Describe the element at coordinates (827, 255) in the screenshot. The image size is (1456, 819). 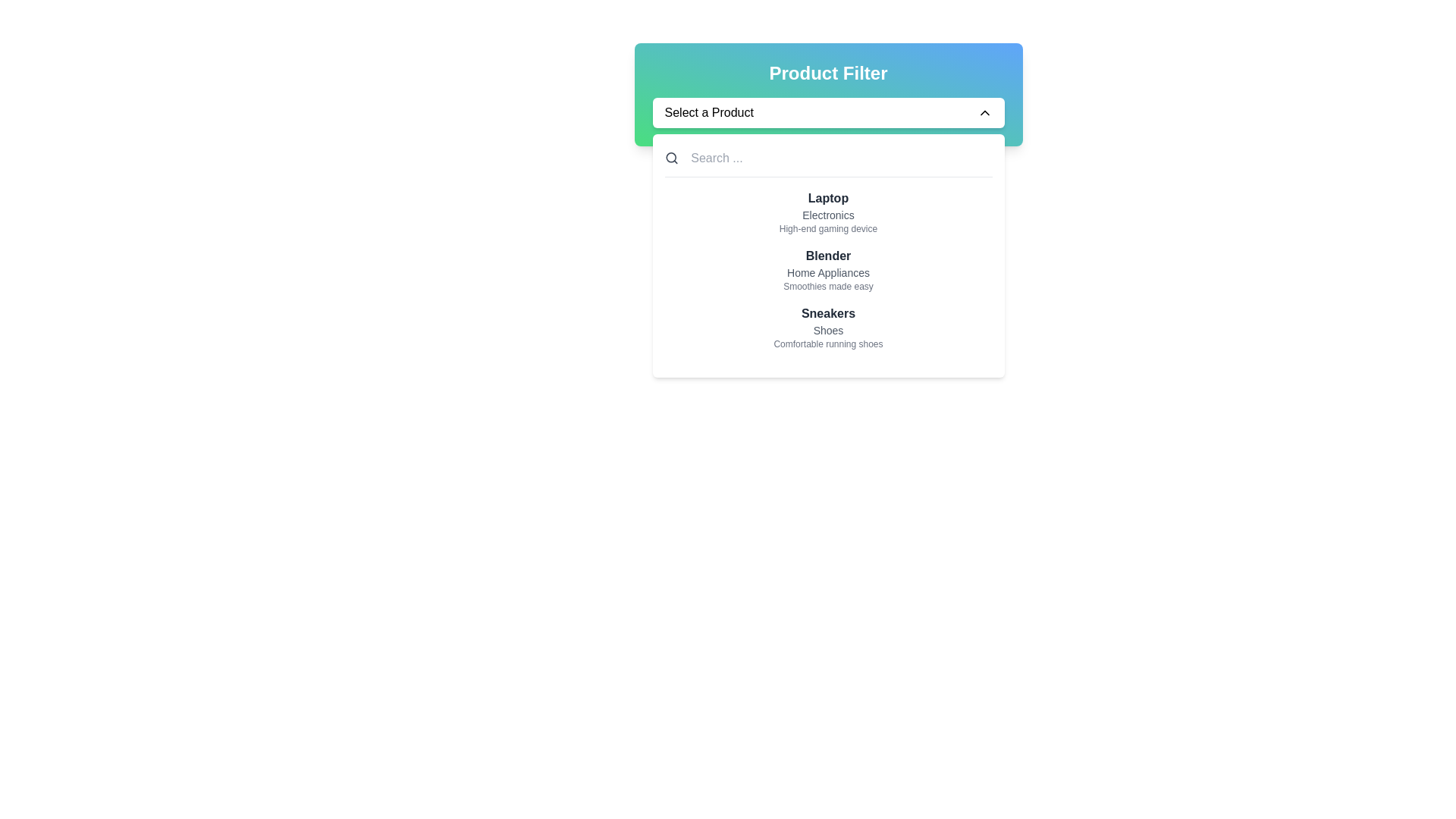
I see `the rectangular dropdown menu located beneath the 'Select a Product' input field, which features a white background, rounded corners, and a shadow effect` at that location.